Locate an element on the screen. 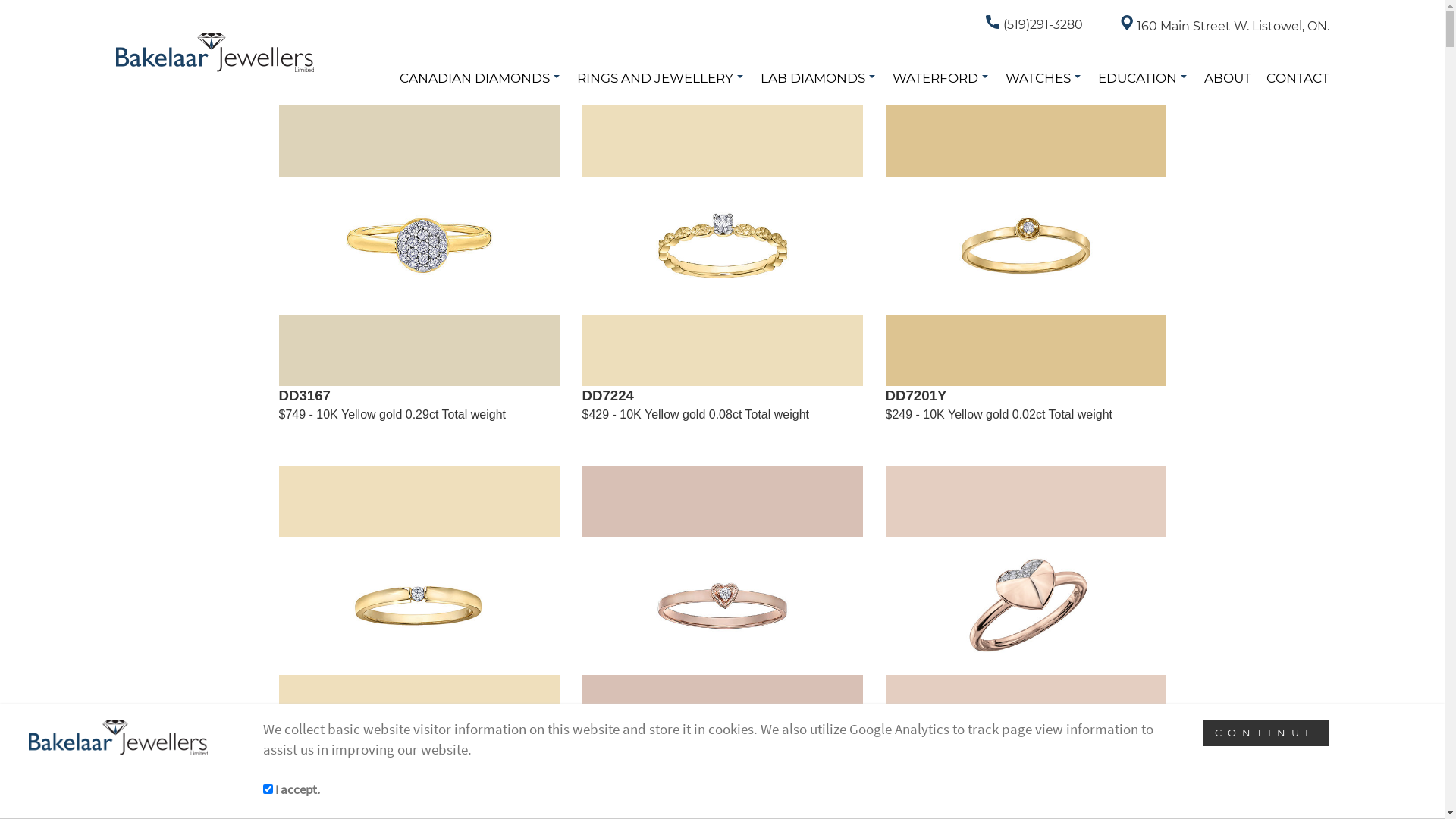 The height and width of the screenshot is (819, 1456). 'CONTINUE' is located at coordinates (1266, 732).